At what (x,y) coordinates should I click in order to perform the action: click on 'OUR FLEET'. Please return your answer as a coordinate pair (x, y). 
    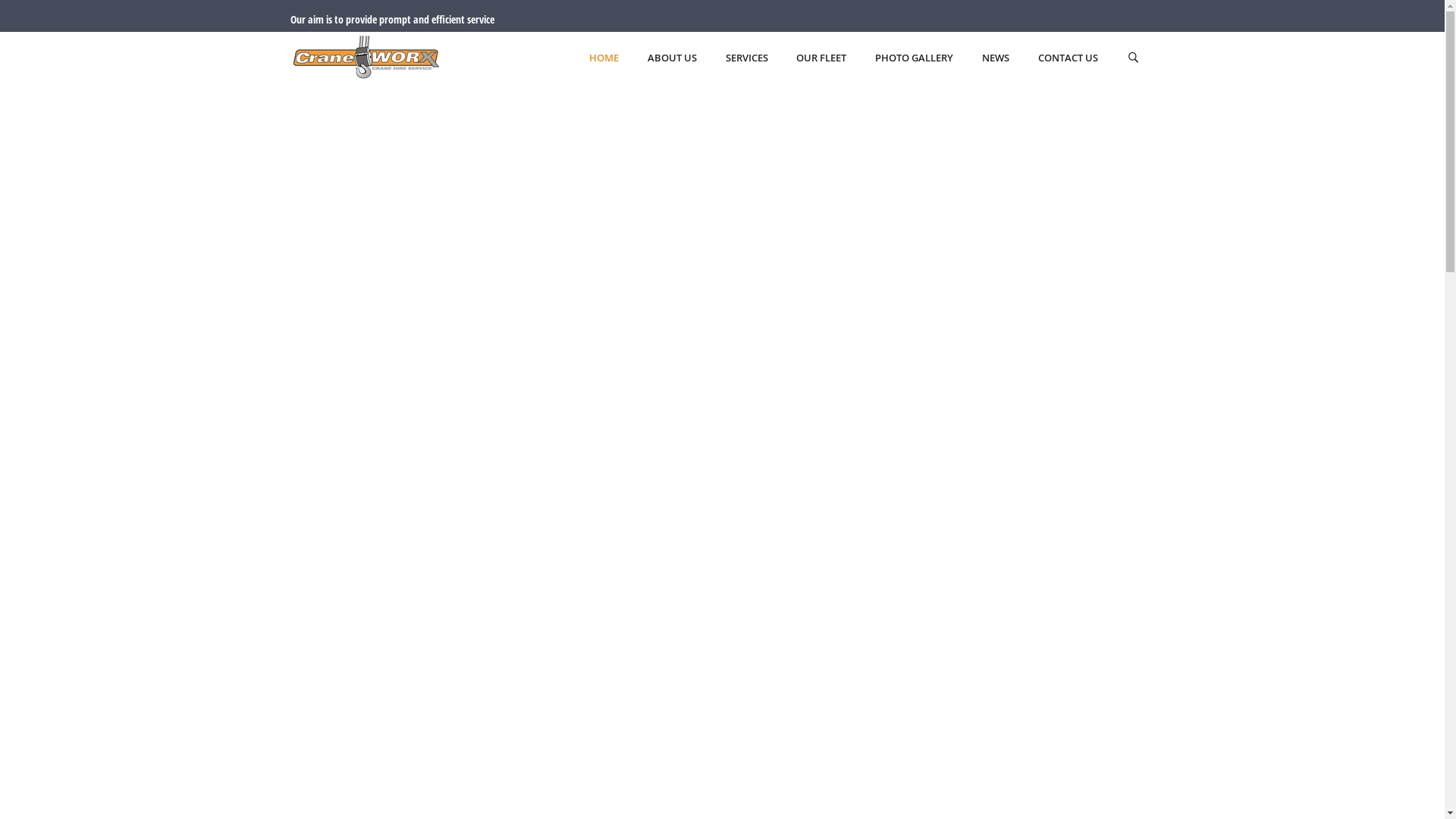
    Looking at the image, I should click on (821, 58).